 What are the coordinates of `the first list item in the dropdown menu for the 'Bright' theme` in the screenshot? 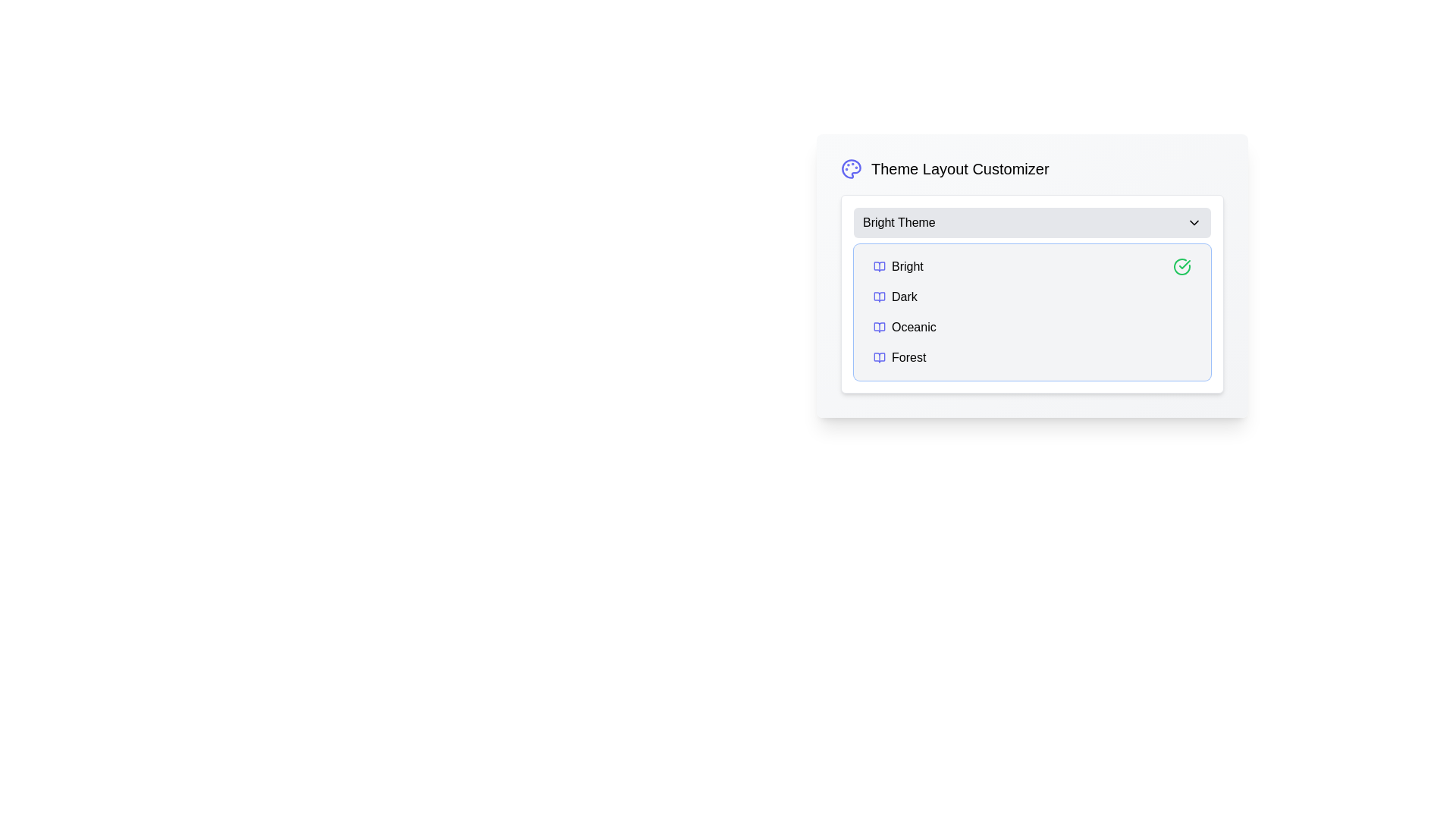 It's located at (1031, 265).